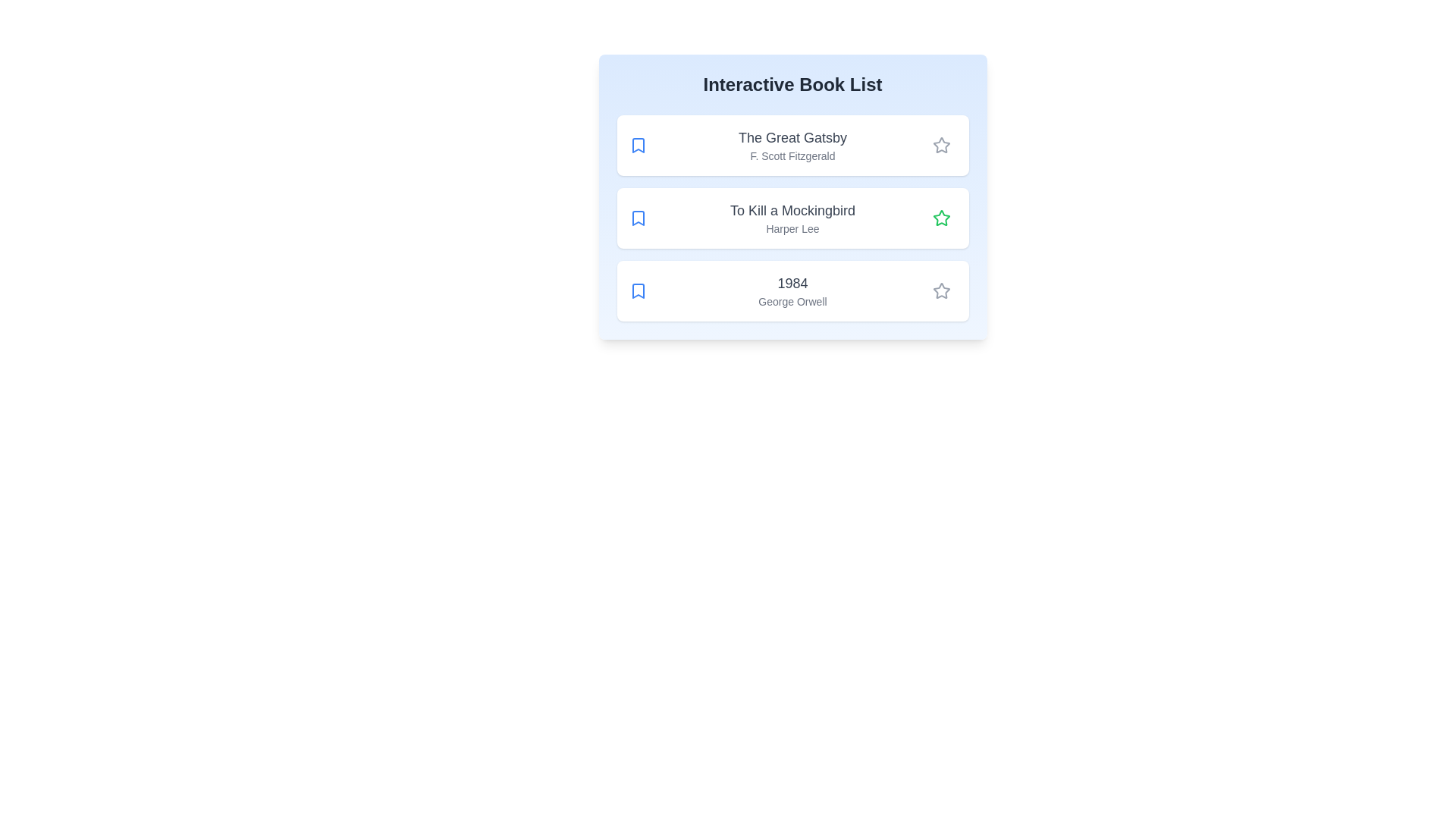 The image size is (1456, 819). What do you see at coordinates (940, 146) in the screenshot?
I see `the star icon next to the book titled 'The Great Gatsby' to toggle its read status` at bounding box center [940, 146].